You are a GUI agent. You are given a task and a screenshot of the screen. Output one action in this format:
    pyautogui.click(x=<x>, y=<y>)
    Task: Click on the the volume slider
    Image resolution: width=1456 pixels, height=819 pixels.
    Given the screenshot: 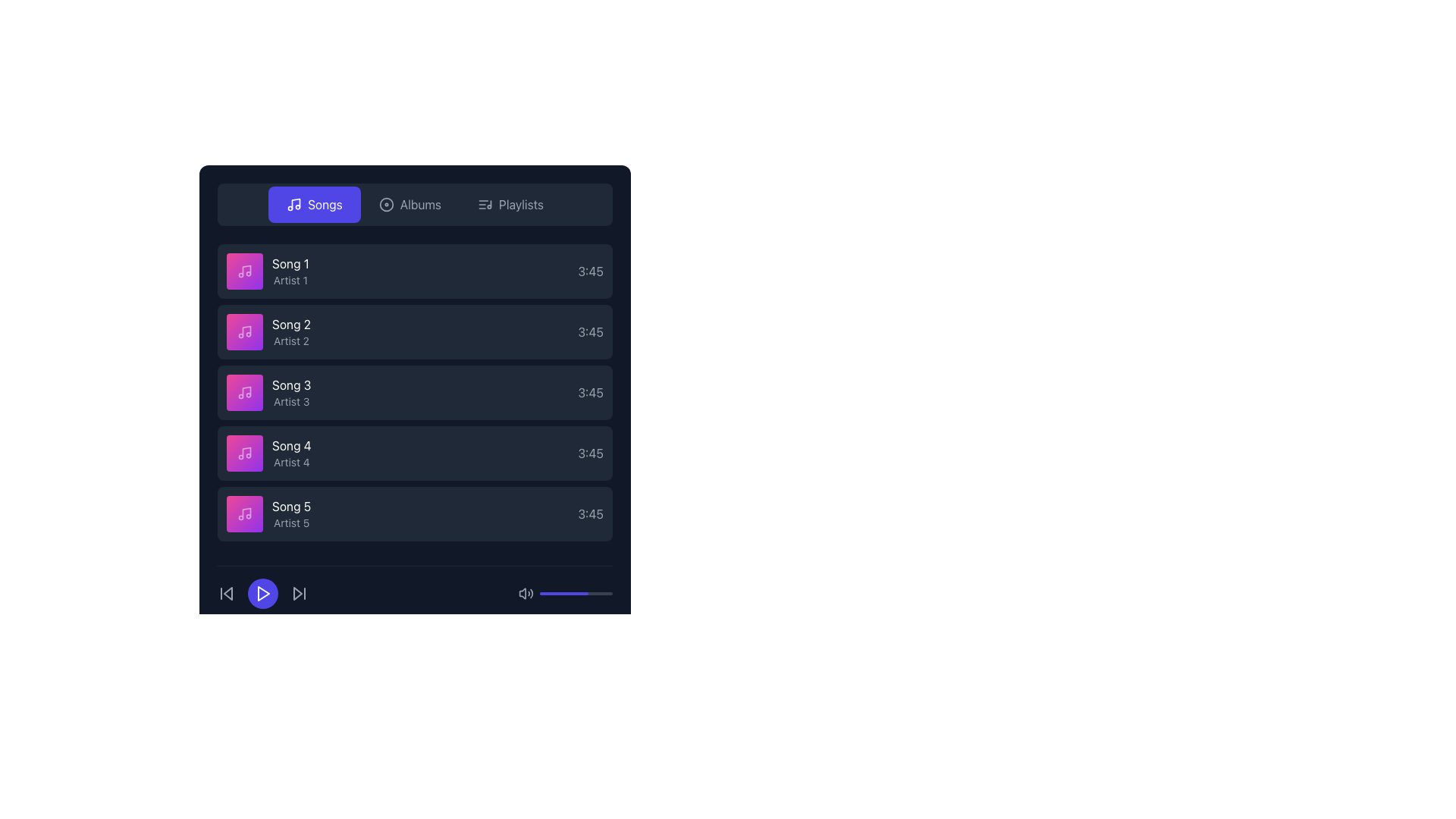 What is the action you would take?
    pyautogui.click(x=583, y=593)
    